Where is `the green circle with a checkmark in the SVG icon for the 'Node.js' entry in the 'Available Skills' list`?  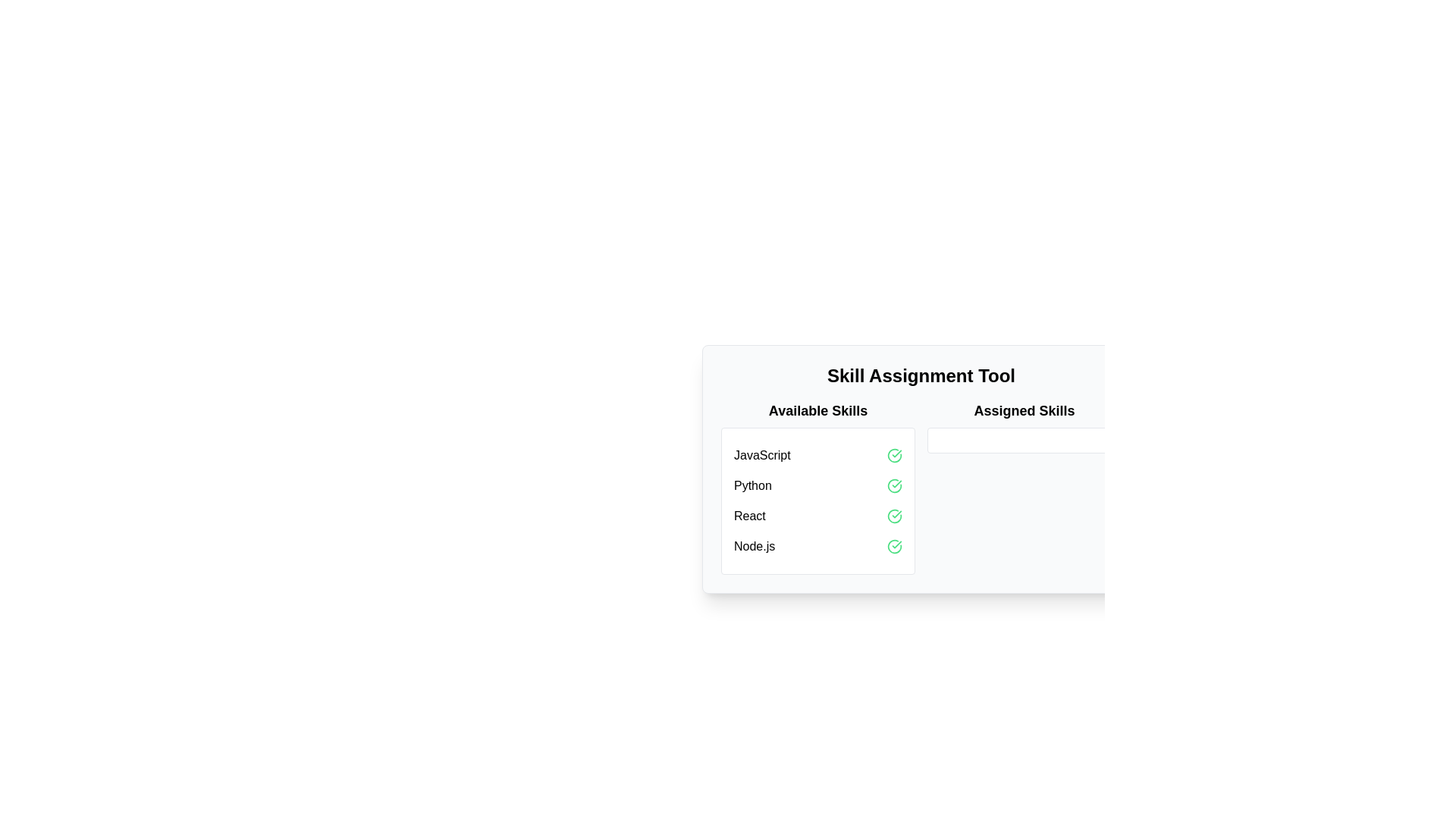
the green circle with a checkmark in the SVG icon for the 'Node.js' entry in the 'Available Skills' list is located at coordinates (895, 547).